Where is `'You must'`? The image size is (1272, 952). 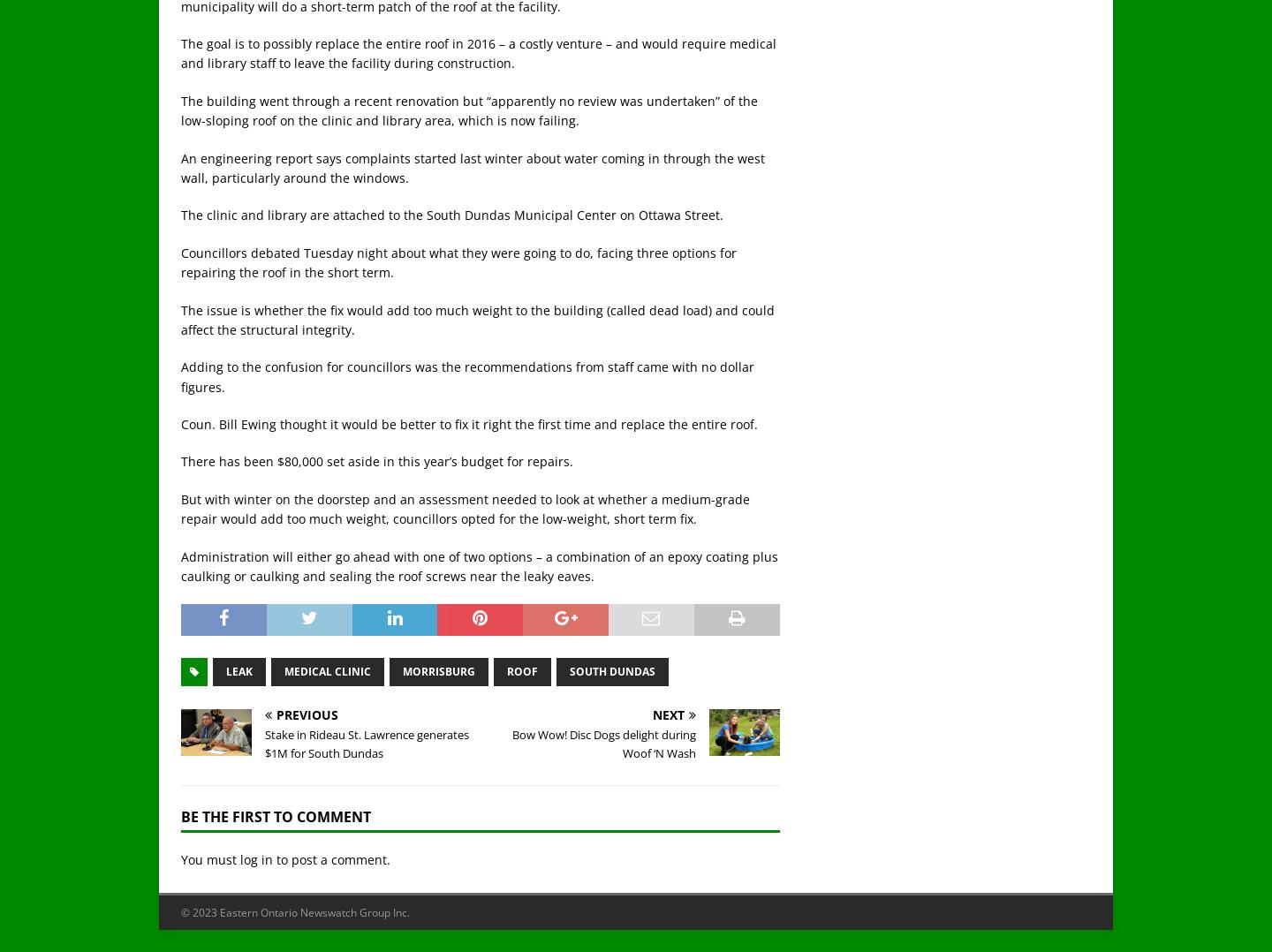 'You must' is located at coordinates (210, 859).